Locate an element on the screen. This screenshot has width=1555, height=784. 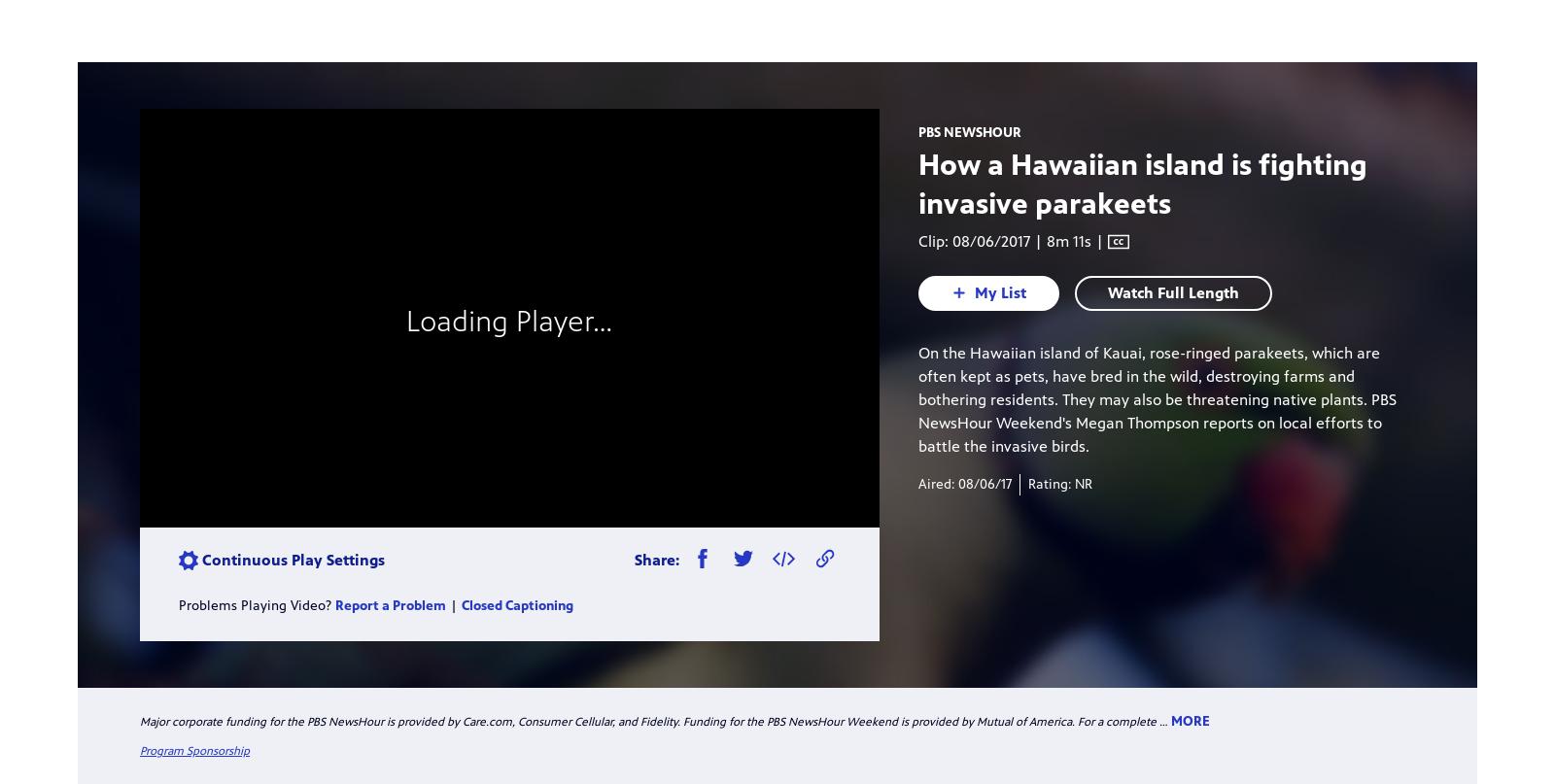
'10/28/2017 | 24m 54s' is located at coordinates (1073, 475).